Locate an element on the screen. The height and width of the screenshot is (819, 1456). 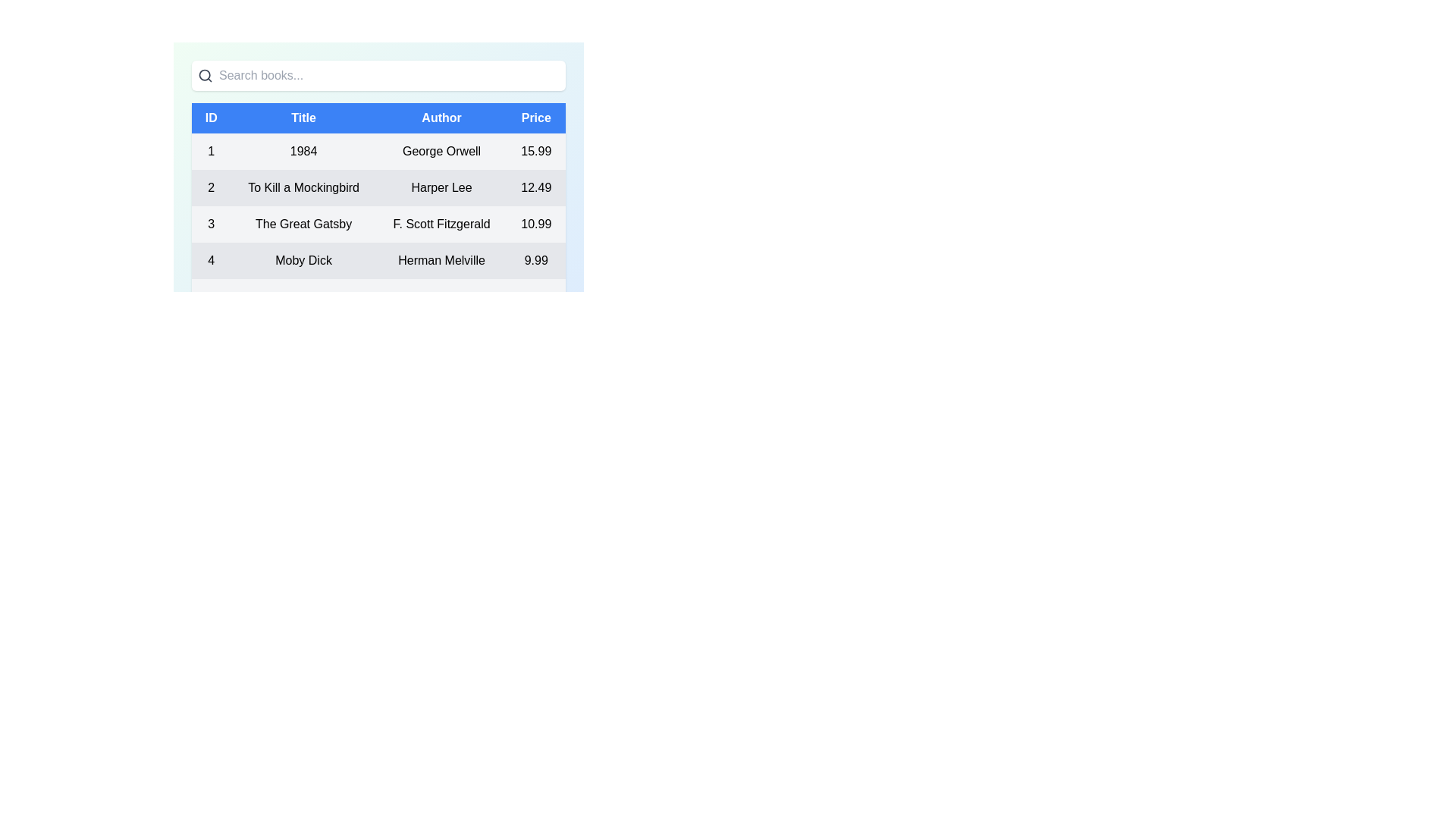
the numeric element displaying the number '1' in the leftmost cell of the table row for the book '1984' by George Orwell is located at coordinates (210, 152).